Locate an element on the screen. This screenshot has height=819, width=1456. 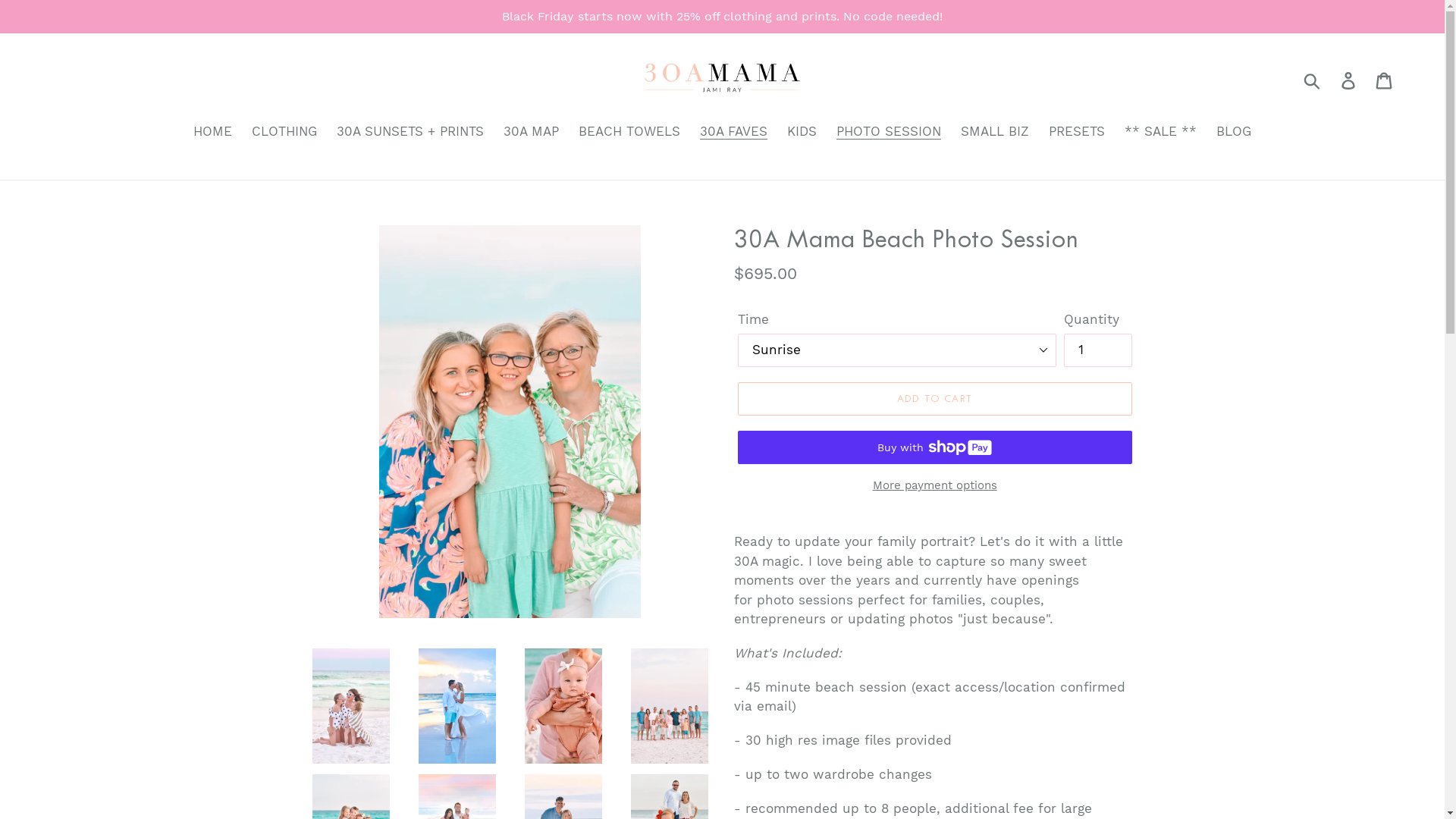
'30A FAVES' is located at coordinates (733, 132).